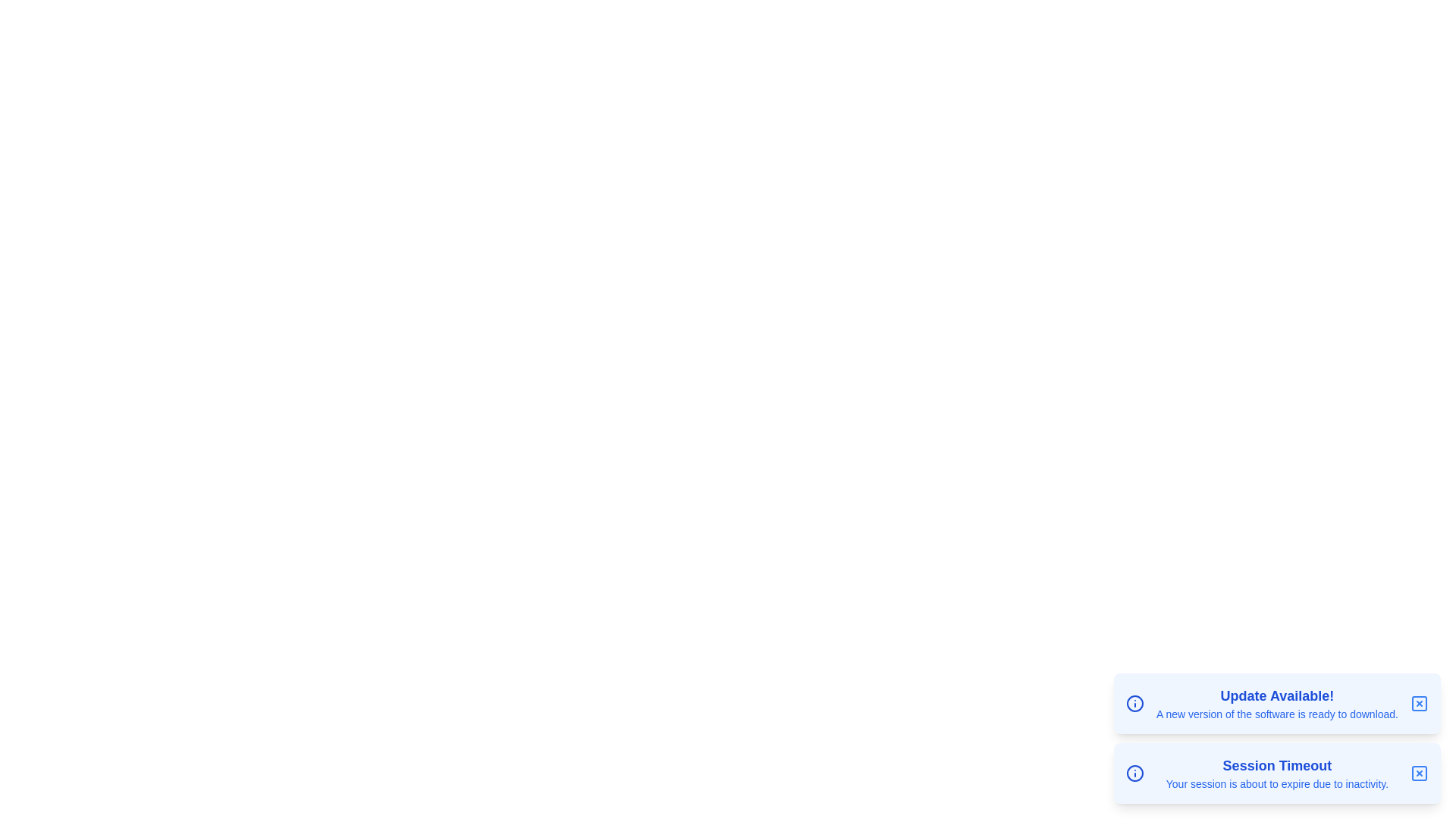 The height and width of the screenshot is (819, 1456). Describe the element at coordinates (1134, 704) in the screenshot. I see `the information icon to understand its purpose` at that location.